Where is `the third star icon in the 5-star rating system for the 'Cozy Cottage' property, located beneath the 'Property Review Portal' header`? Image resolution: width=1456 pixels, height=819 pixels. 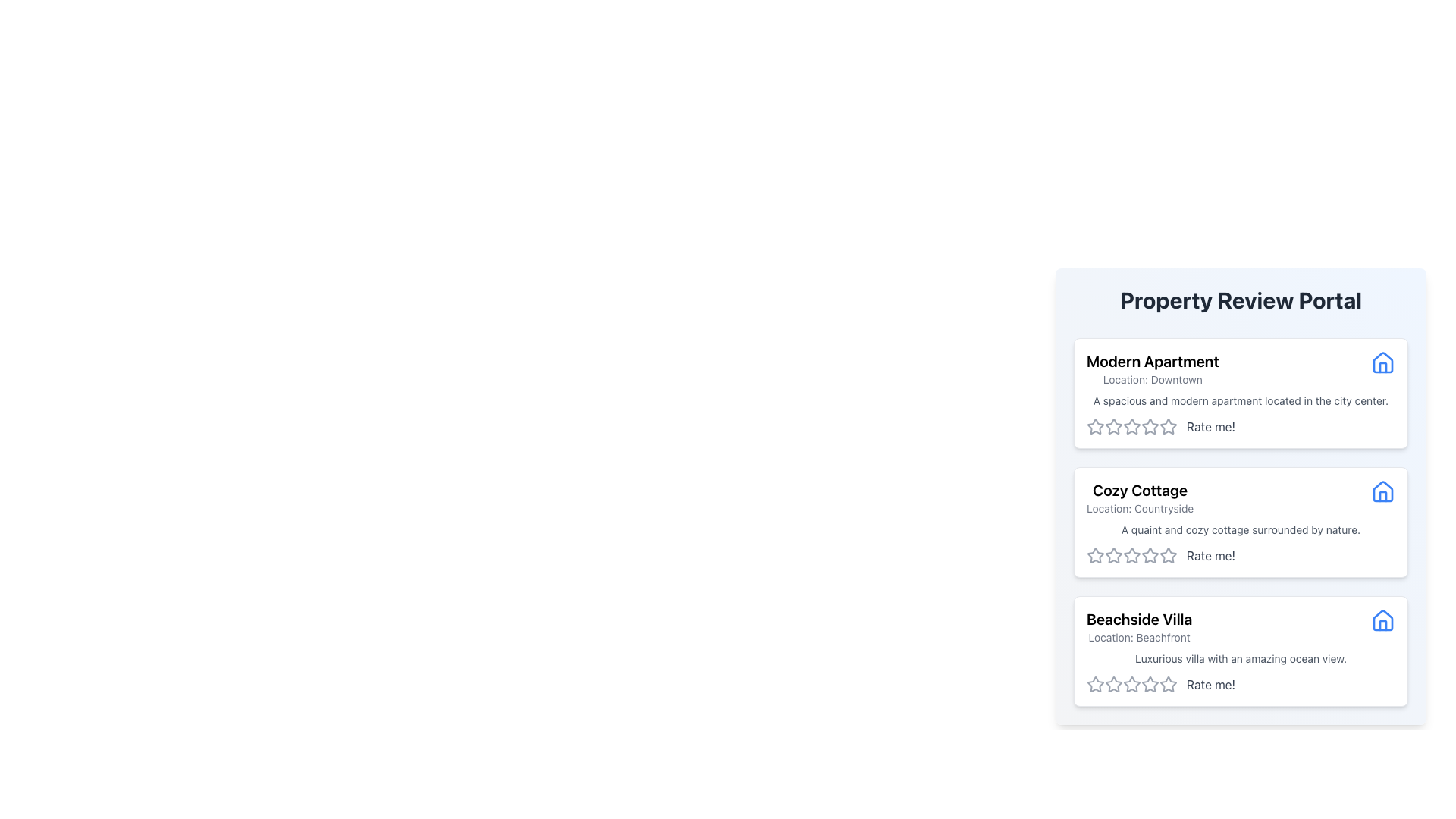 the third star icon in the 5-star rating system for the 'Cozy Cottage' property, located beneath the 'Property Review Portal' header is located at coordinates (1150, 555).